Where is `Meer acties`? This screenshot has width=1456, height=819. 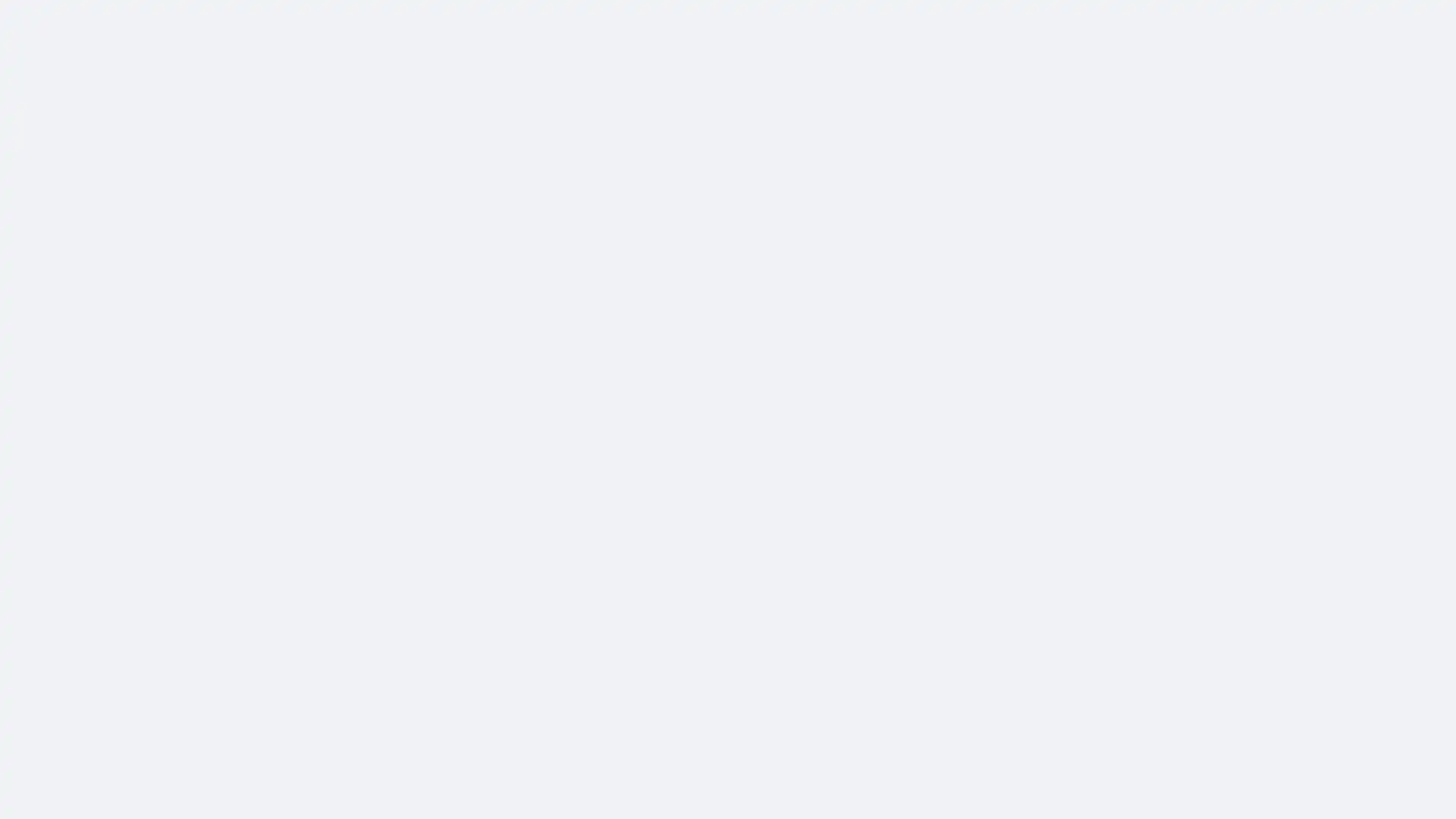
Meer acties is located at coordinates (1040, 197).